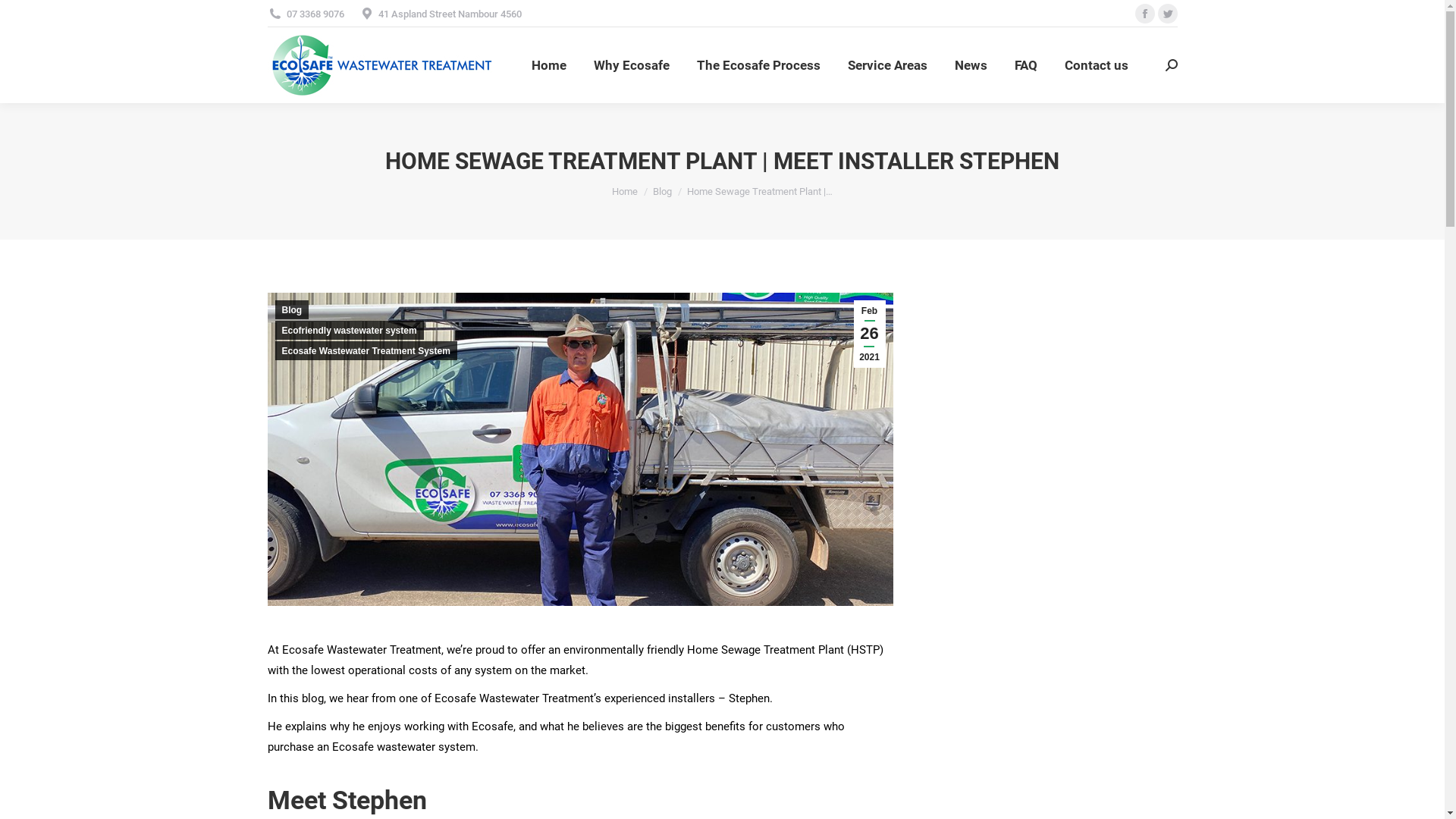  I want to click on 'Home', so click(548, 64).